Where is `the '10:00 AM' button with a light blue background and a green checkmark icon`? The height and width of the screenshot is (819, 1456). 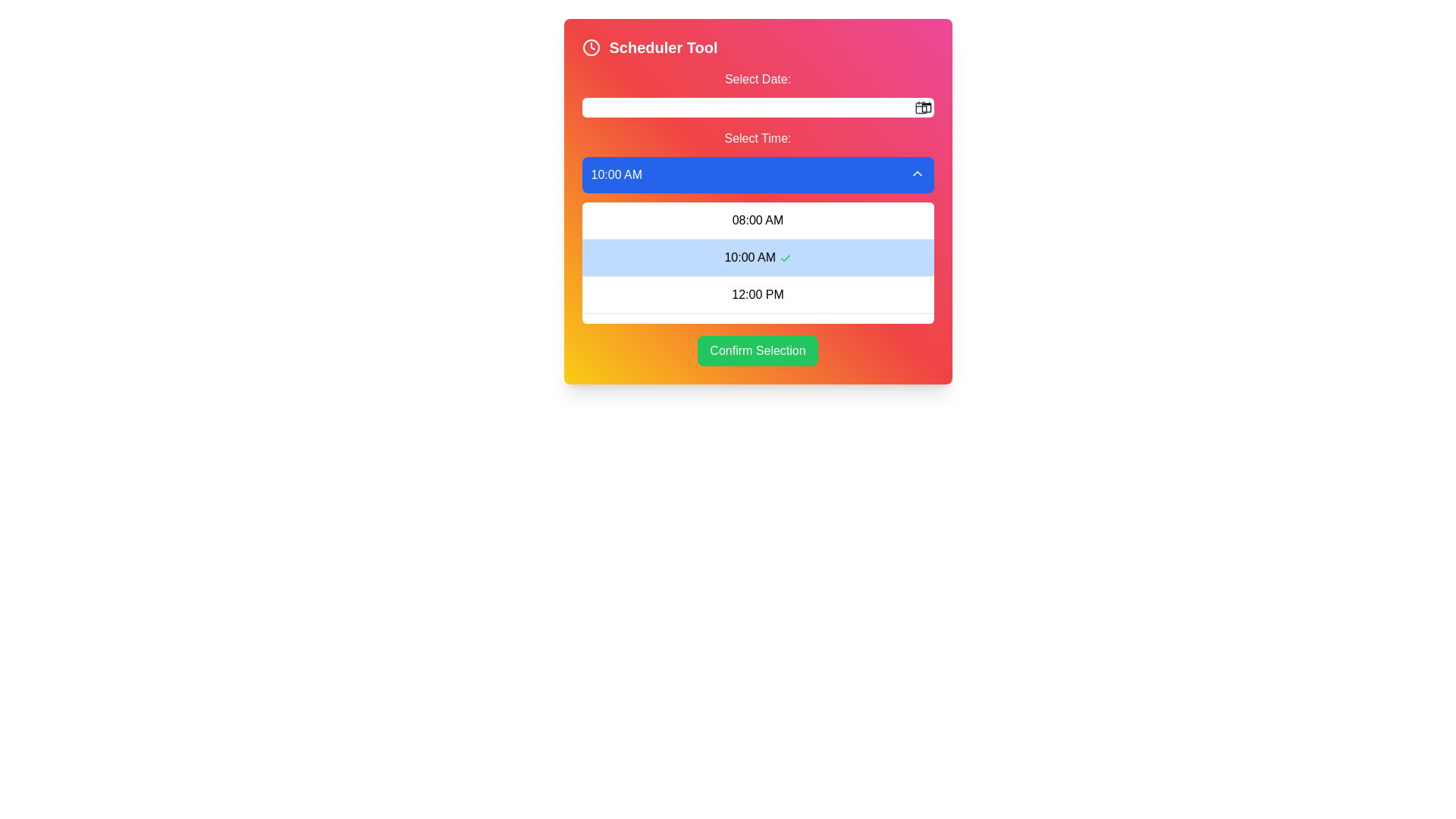 the '10:00 AM' button with a light blue background and a green checkmark icon is located at coordinates (758, 256).